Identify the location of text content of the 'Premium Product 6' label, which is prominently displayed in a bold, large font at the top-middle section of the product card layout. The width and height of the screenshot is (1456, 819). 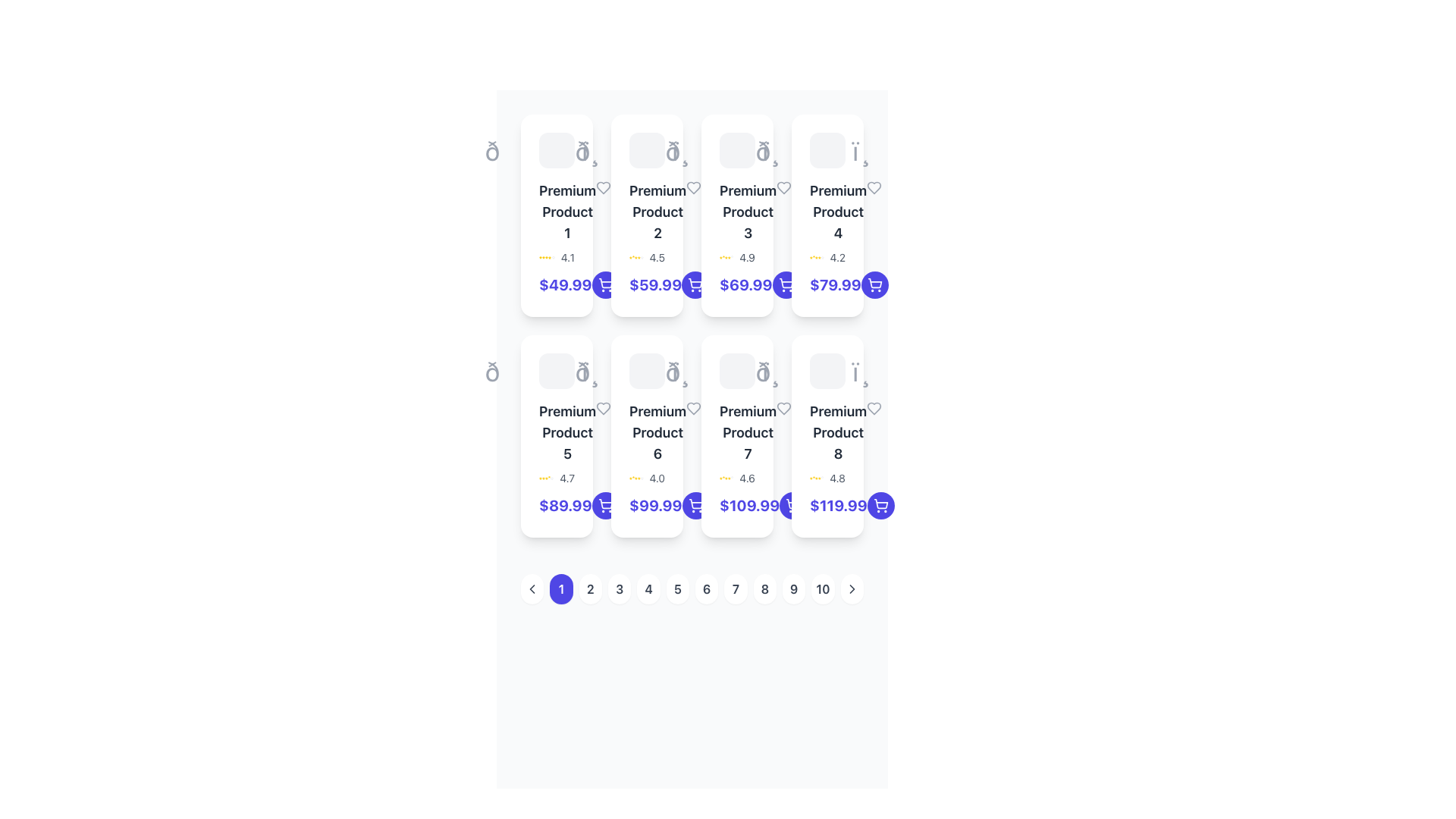
(647, 432).